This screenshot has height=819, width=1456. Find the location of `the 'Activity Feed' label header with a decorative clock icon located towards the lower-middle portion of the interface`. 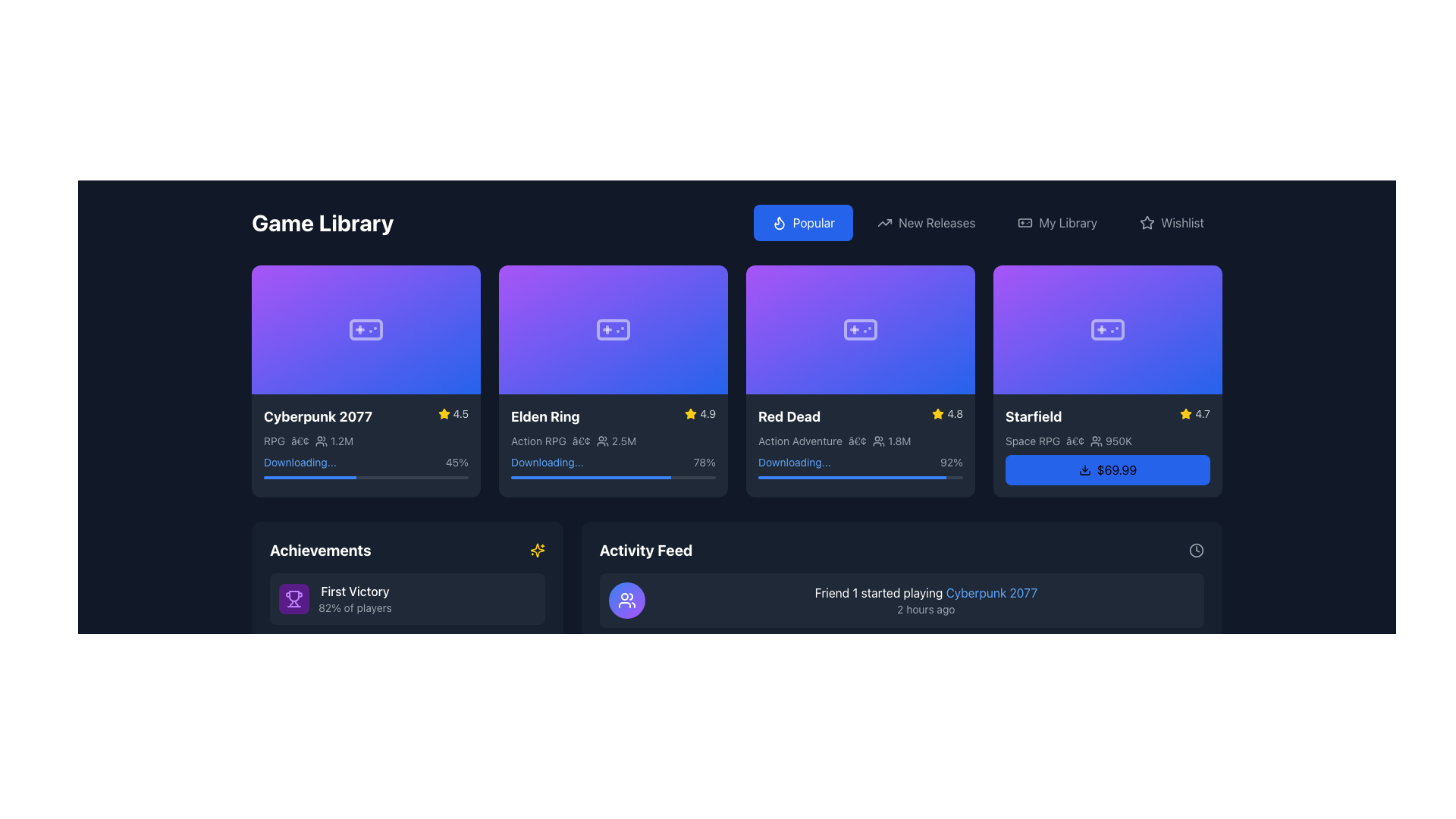

the 'Activity Feed' label header with a decorative clock icon located towards the lower-middle portion of the interface is located at coordinates (902, 550).